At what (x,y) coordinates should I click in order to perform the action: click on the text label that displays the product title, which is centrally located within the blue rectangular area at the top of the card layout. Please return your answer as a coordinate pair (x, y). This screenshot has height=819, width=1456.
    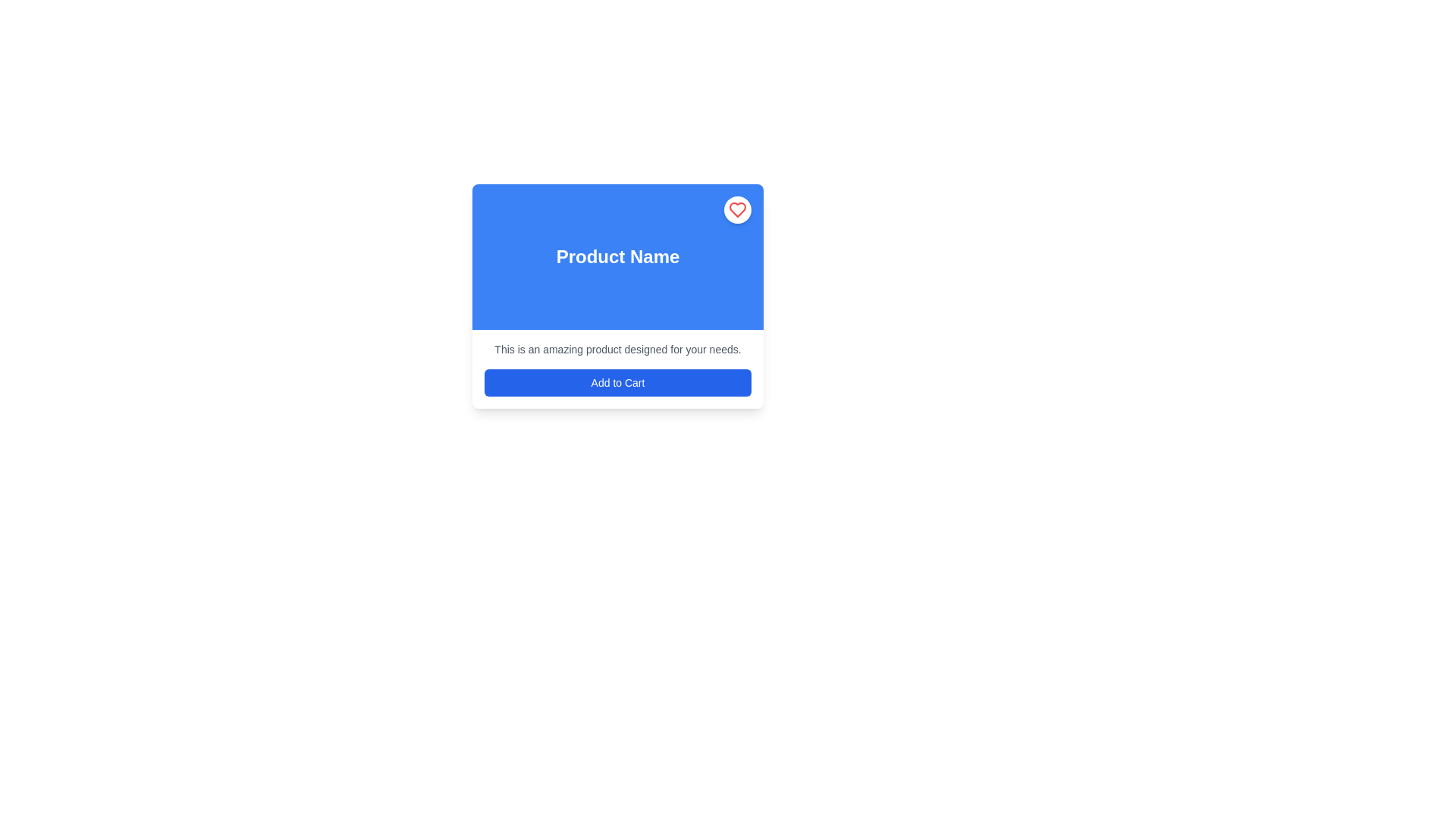
    Looking at the image, I should click on (618, 256).